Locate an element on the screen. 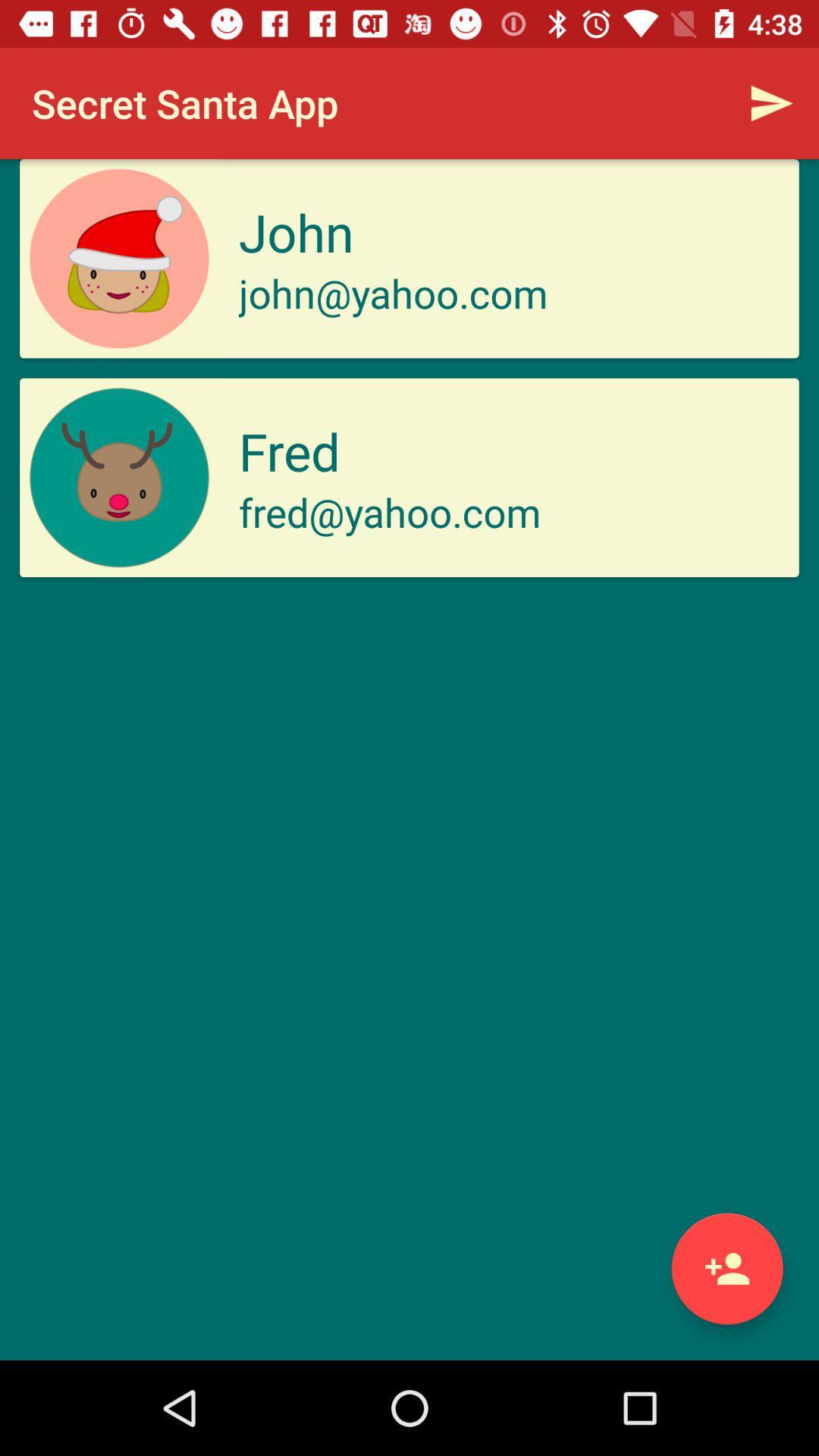  the item at the top right corner is located at coordinates (771, 102).